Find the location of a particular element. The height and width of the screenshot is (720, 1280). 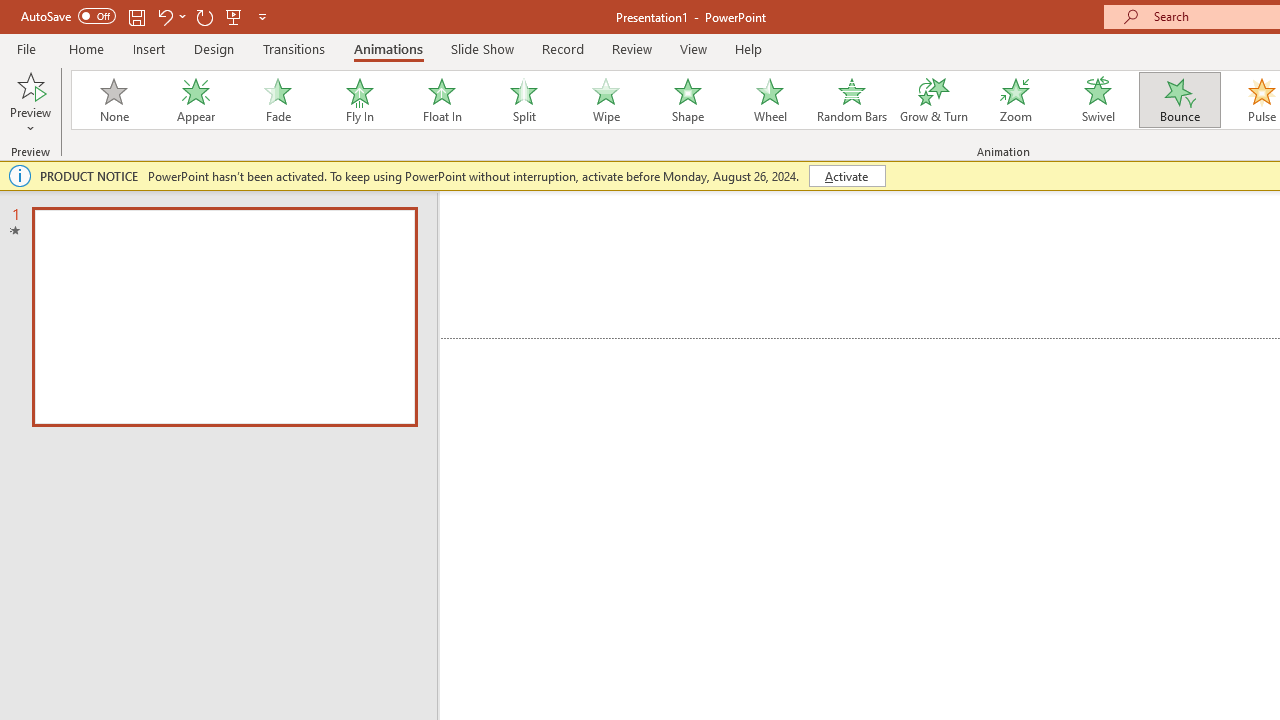

'System' is located at coordinates (10, 11).